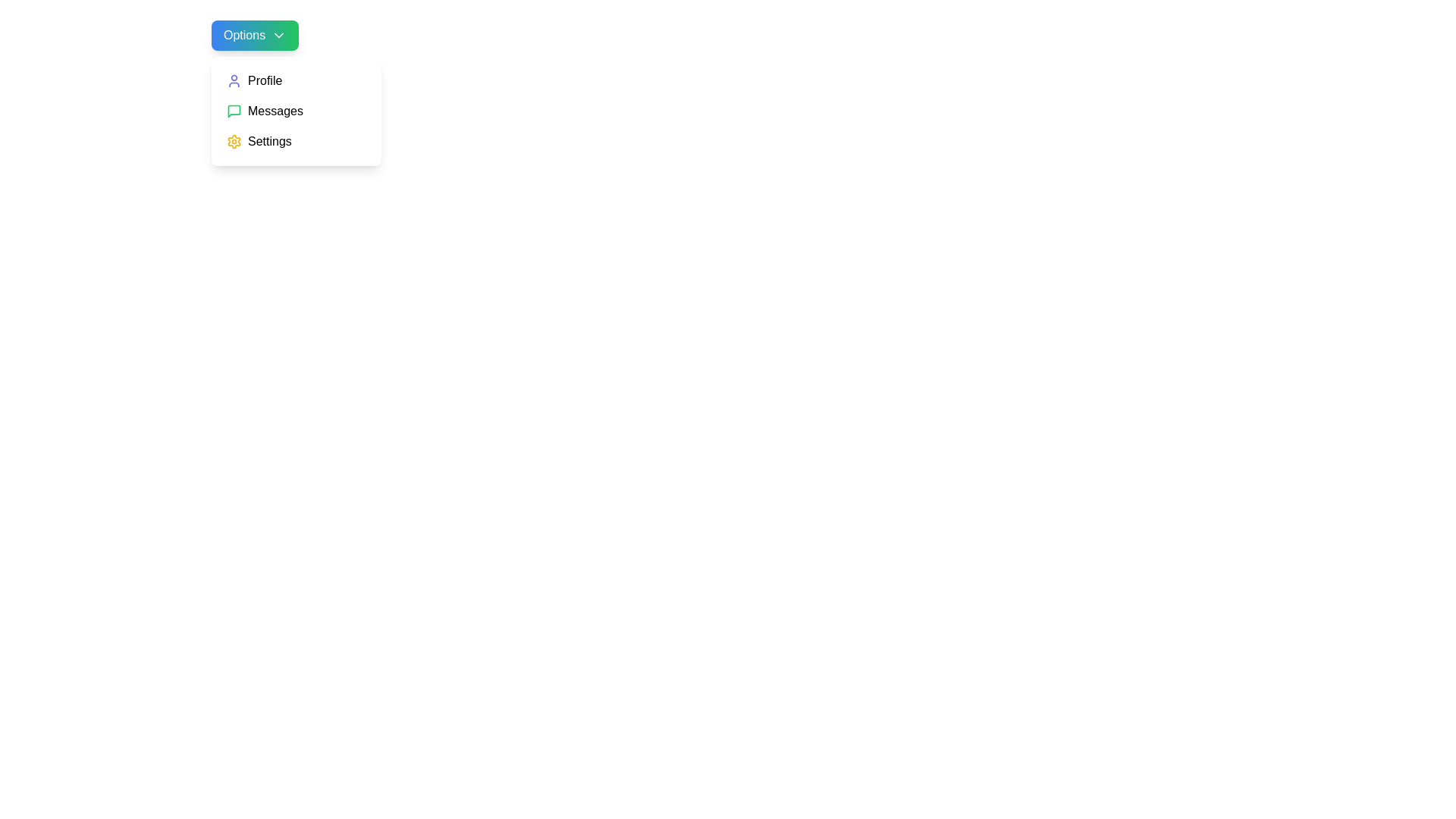  I want to click on the menu item Profile to preview its action, so click(296, 81).